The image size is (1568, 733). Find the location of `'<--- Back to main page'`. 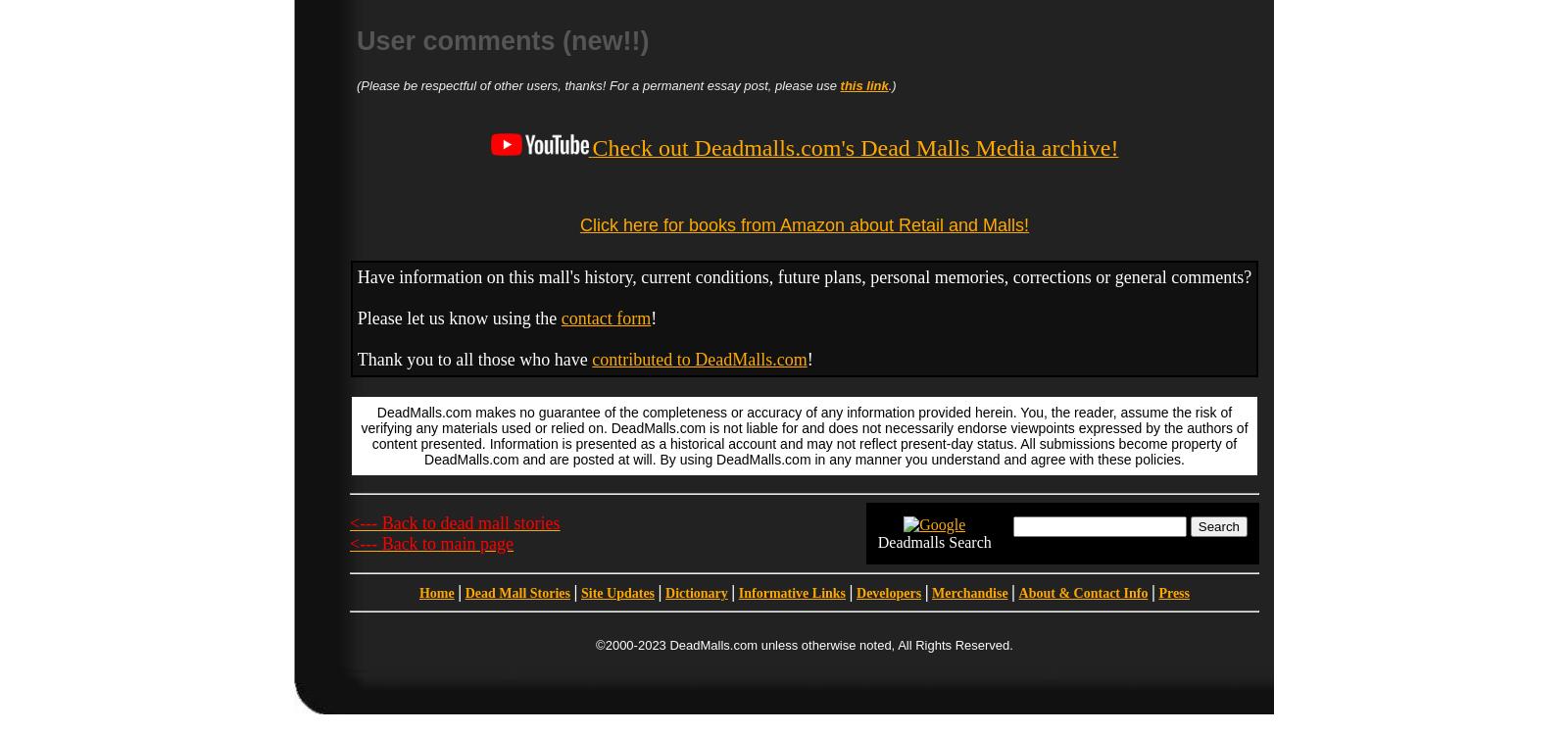

'<--- Back to main page' is located at coordinates (430, 541).